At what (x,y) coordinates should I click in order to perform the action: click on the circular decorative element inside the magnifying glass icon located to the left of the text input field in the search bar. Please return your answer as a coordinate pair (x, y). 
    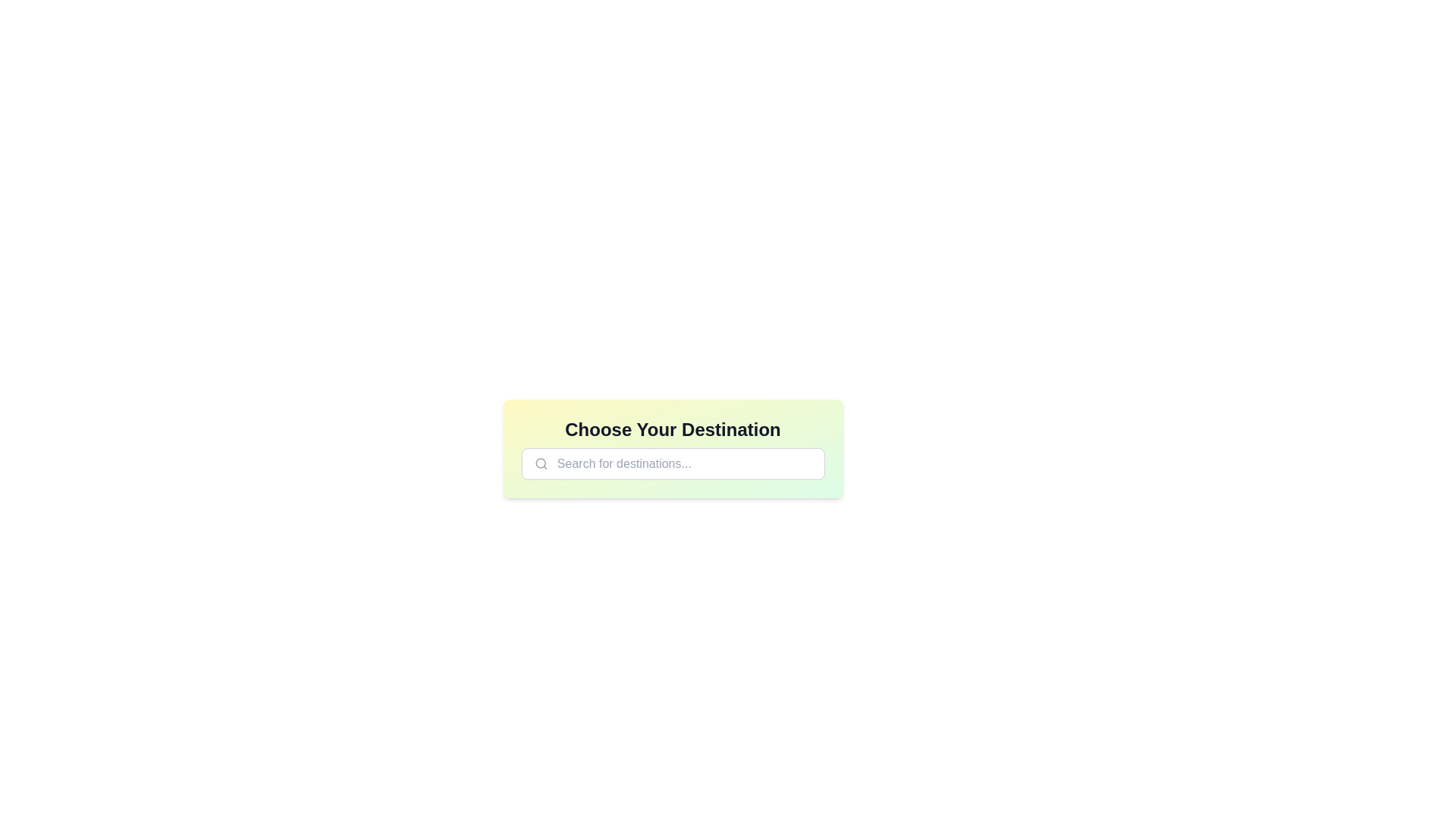
    Looking at the image, I should click on (540, 463).